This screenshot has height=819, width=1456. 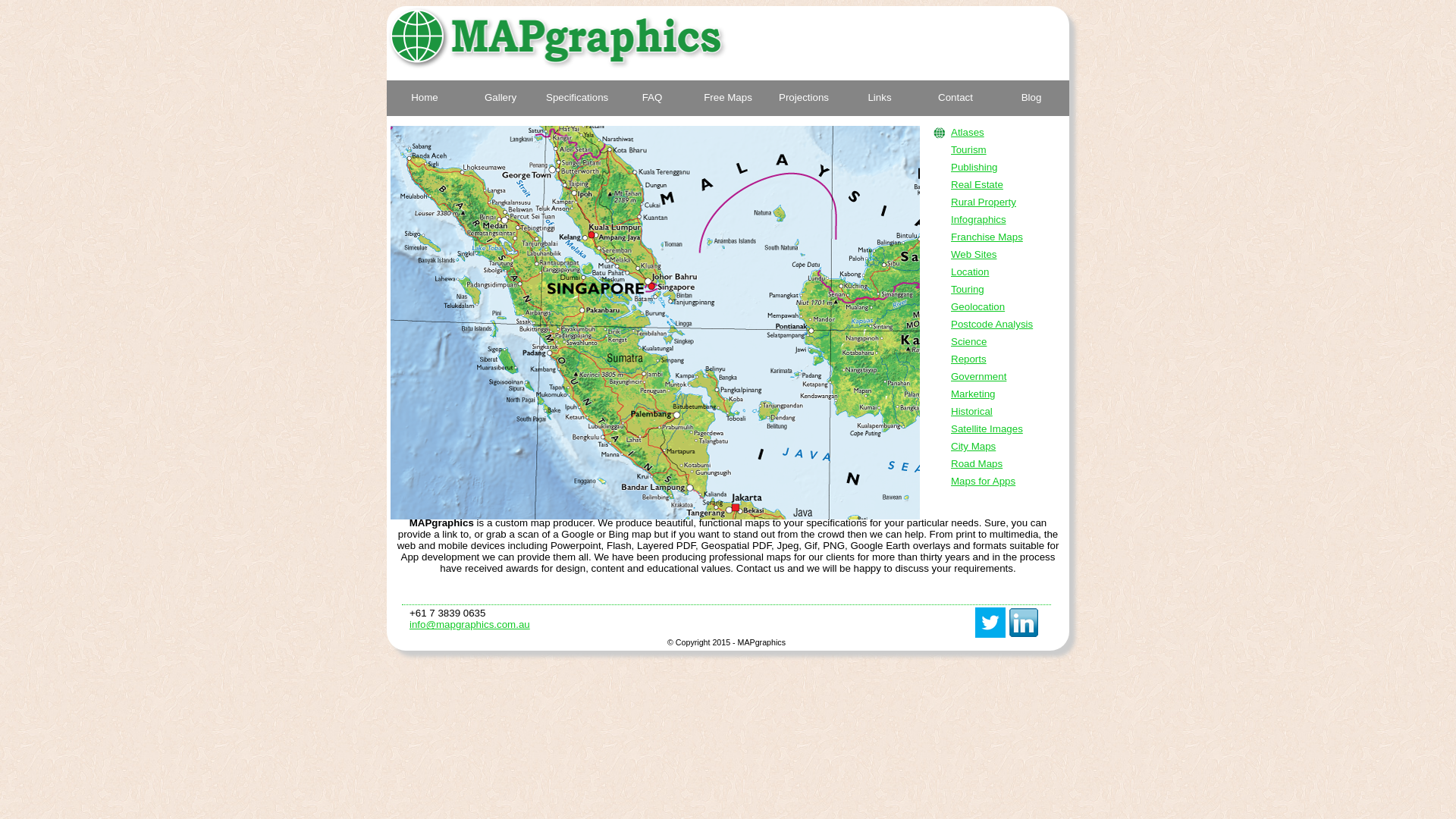 What do you see at coordinates (500, 98) in the screenshot?
I see `'Gallery'` at bounding box center [500, 98].